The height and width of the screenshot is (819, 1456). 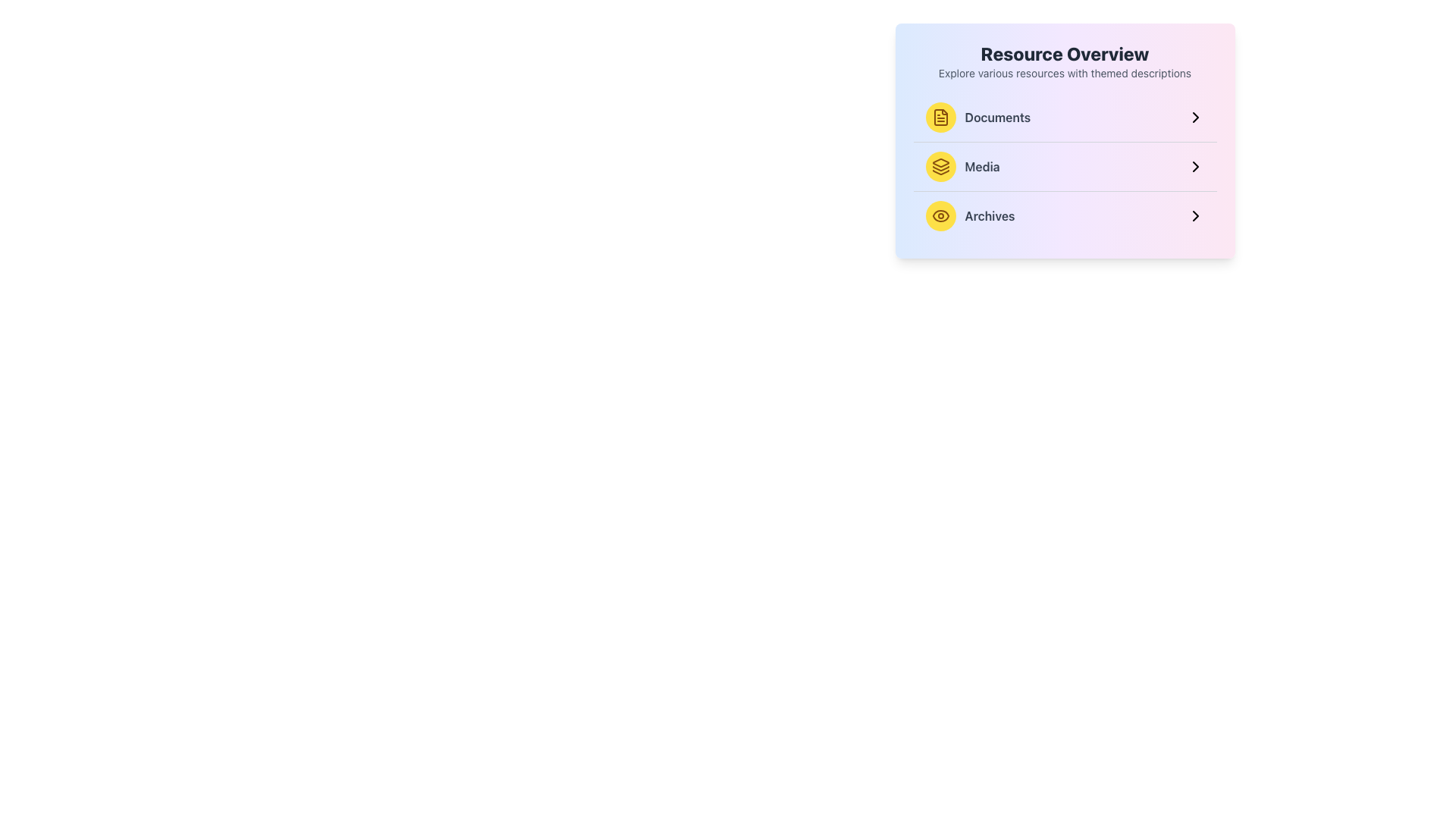 I want to click on the icon styled as stacked layers, which is located within a circular yellow button in the rightmost panel, so click(x=940, y=166).